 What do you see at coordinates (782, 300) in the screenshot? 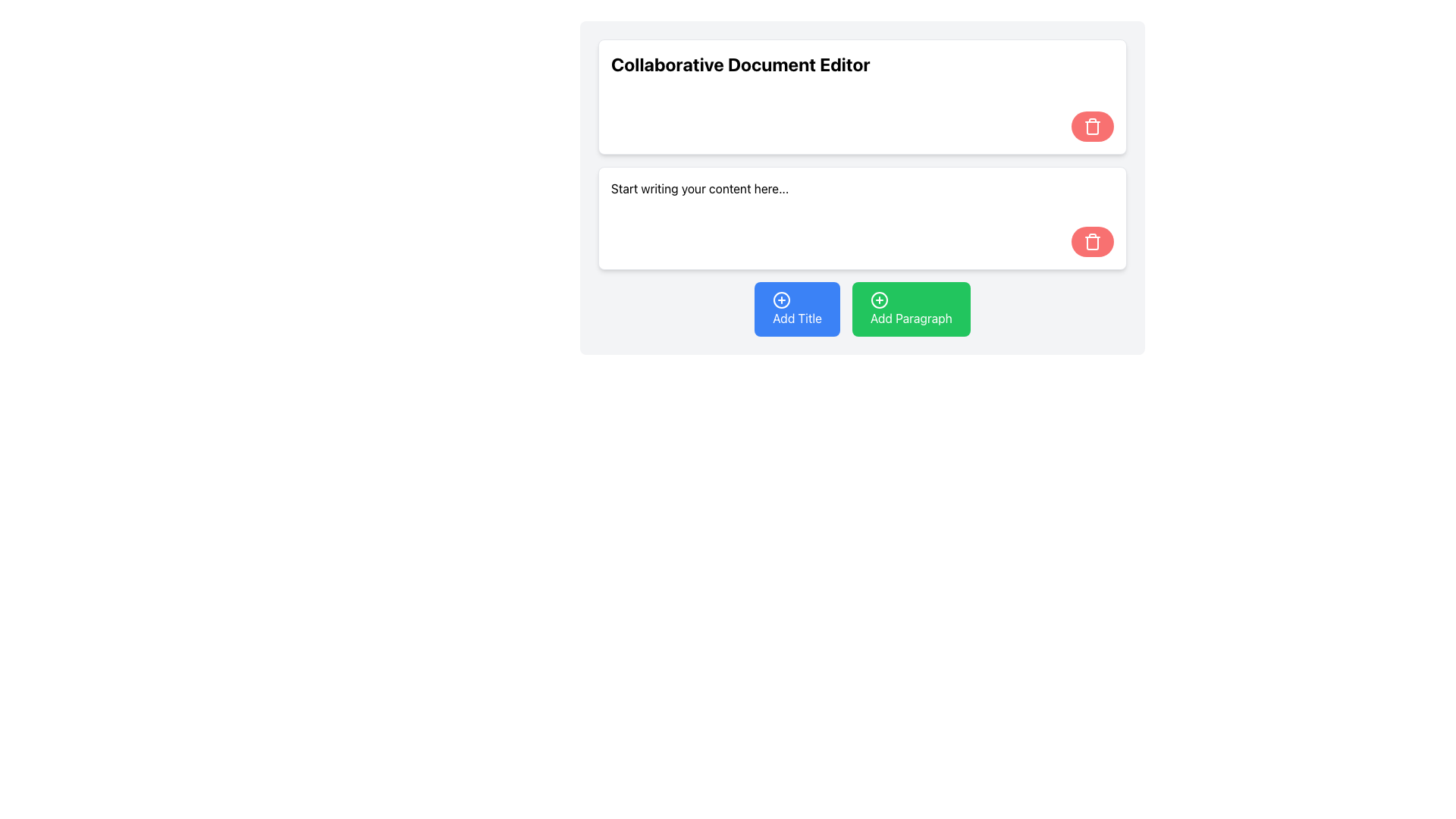
I see `SVG circle icon located within the 'Add Title' button, which signifies its interactive purpose` at bounding box center [782, 300].